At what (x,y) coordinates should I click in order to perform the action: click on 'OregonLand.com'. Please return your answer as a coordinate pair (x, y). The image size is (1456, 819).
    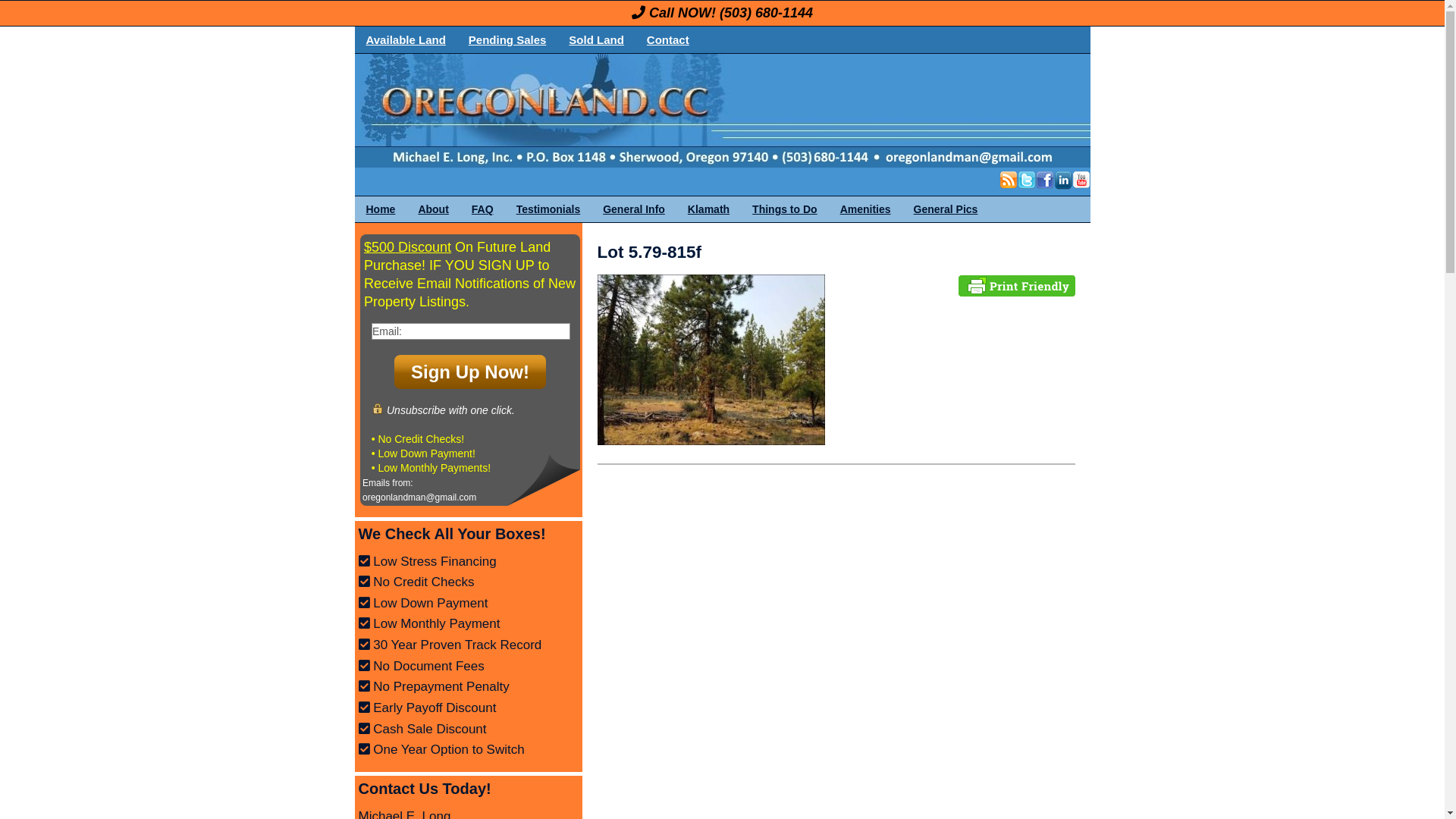
    Looking at the image, I should click on (353, 110).